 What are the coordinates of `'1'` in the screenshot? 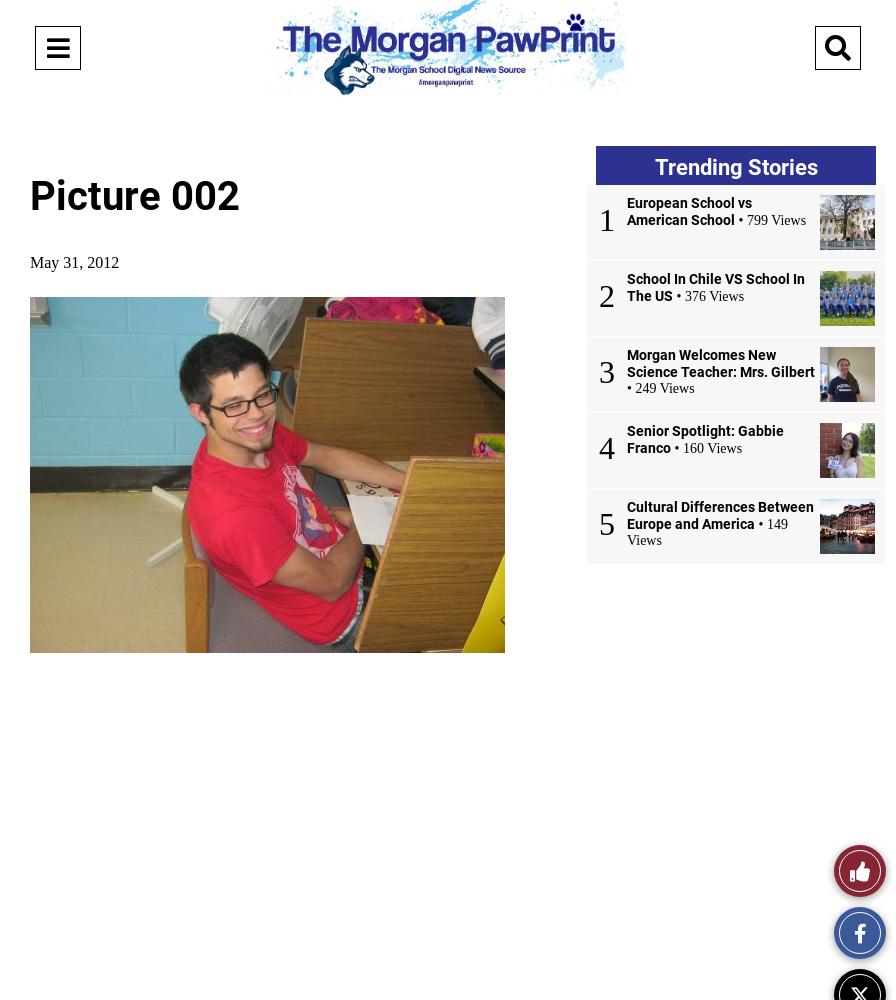 It's located at (607, 219).